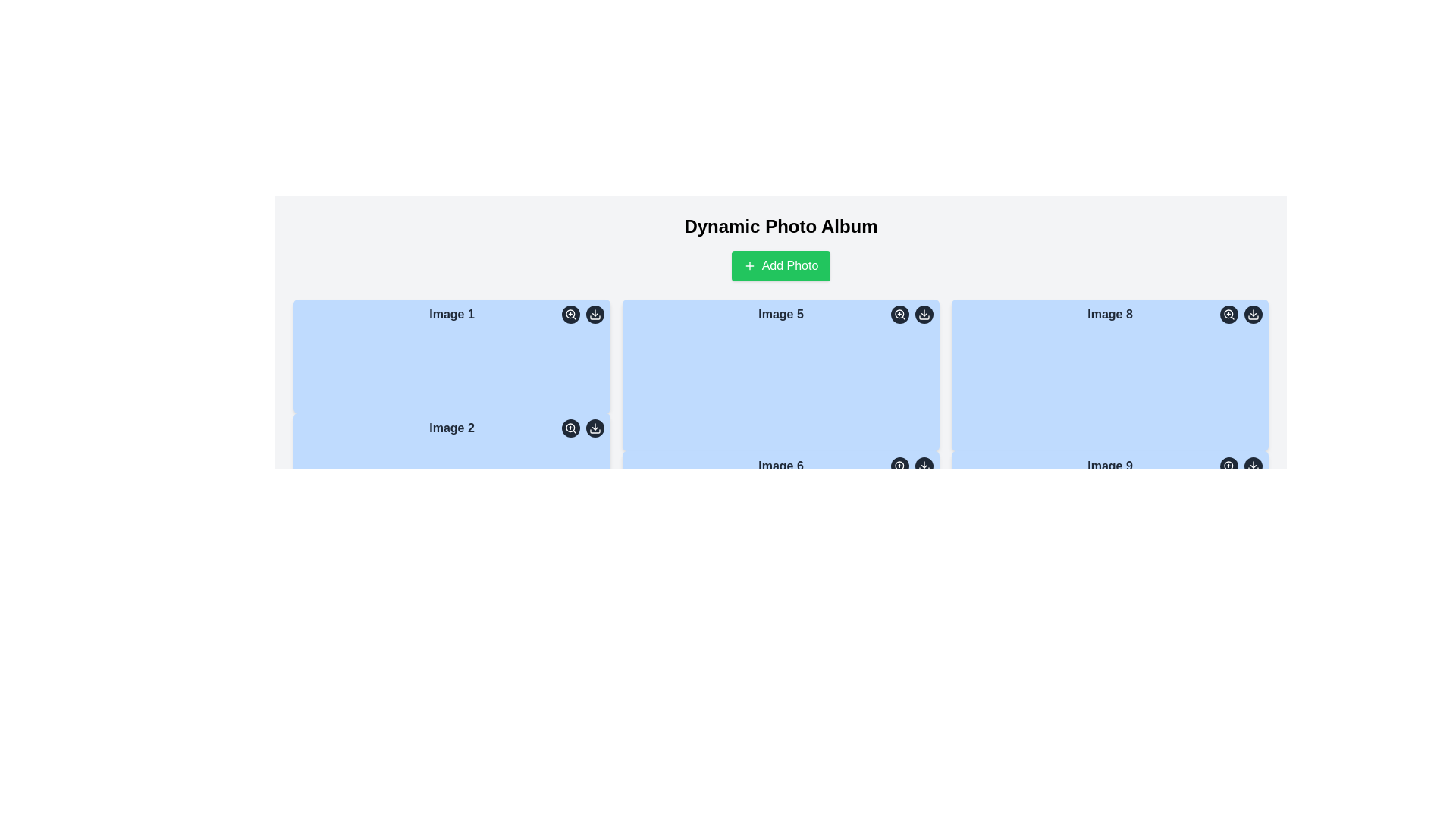 This screenshot has height=819, width=1456. What do you see at coordinates (899, 313) in the screenshot?
I see `the central circular icon of the zoom-in feature located in the top-right corner above the 'Image 5' section` at bounding box center [899, 313].